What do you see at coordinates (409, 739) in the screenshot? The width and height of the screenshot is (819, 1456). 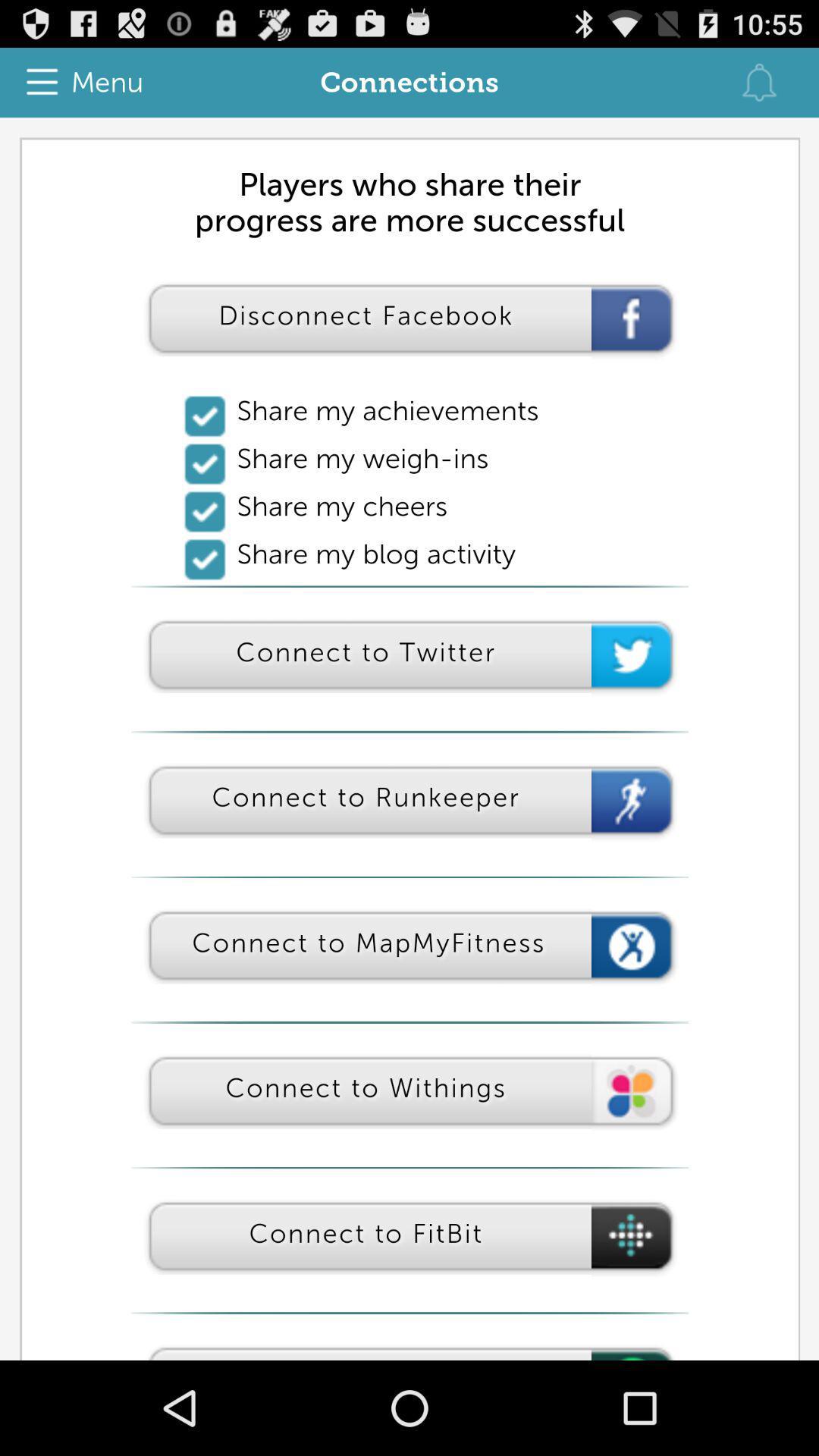 I see `connection page` at bounding box center [409, 739].